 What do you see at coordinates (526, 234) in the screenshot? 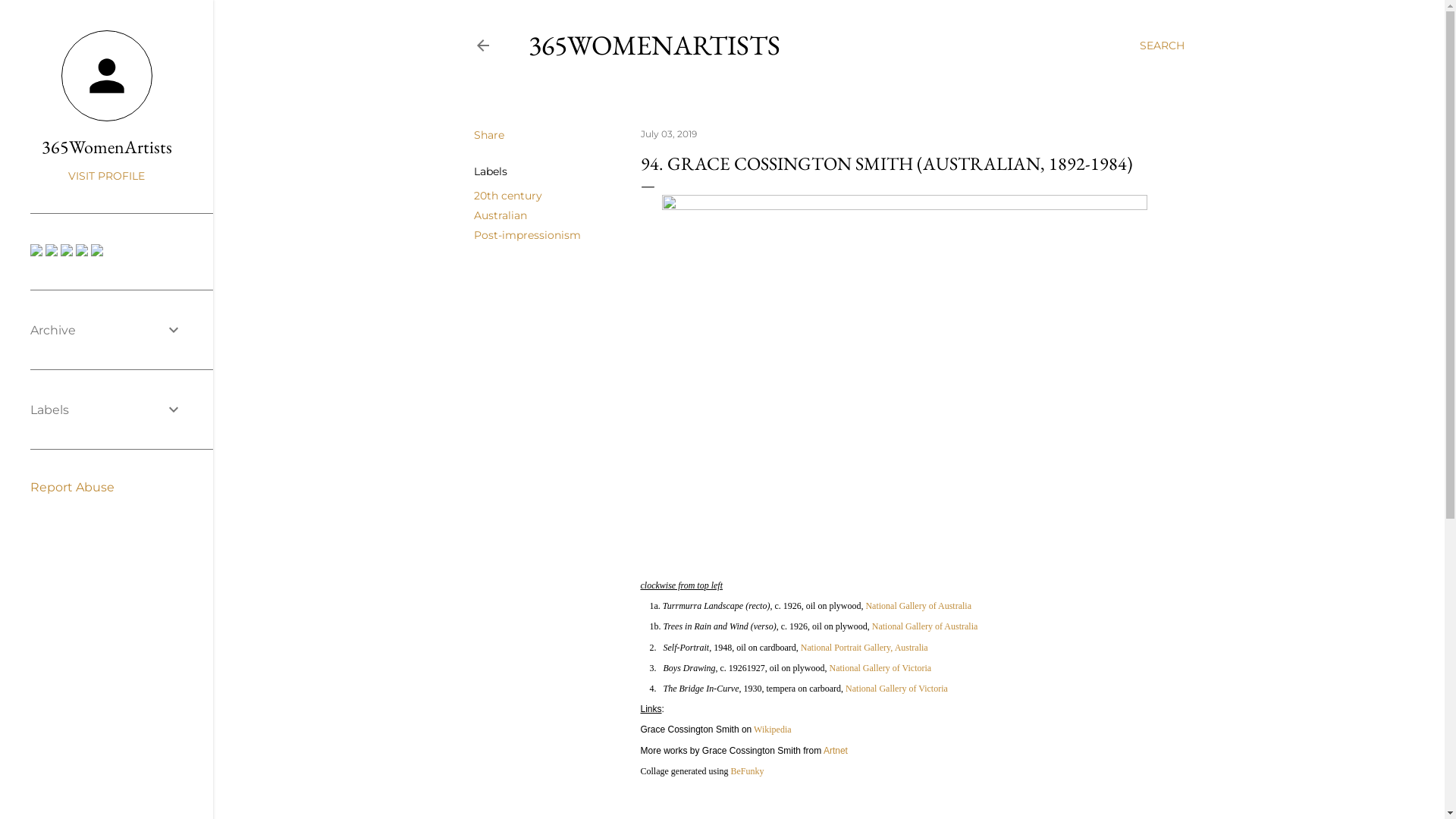
I see `'Post-impressionism'` at bounding box center [526, 234].